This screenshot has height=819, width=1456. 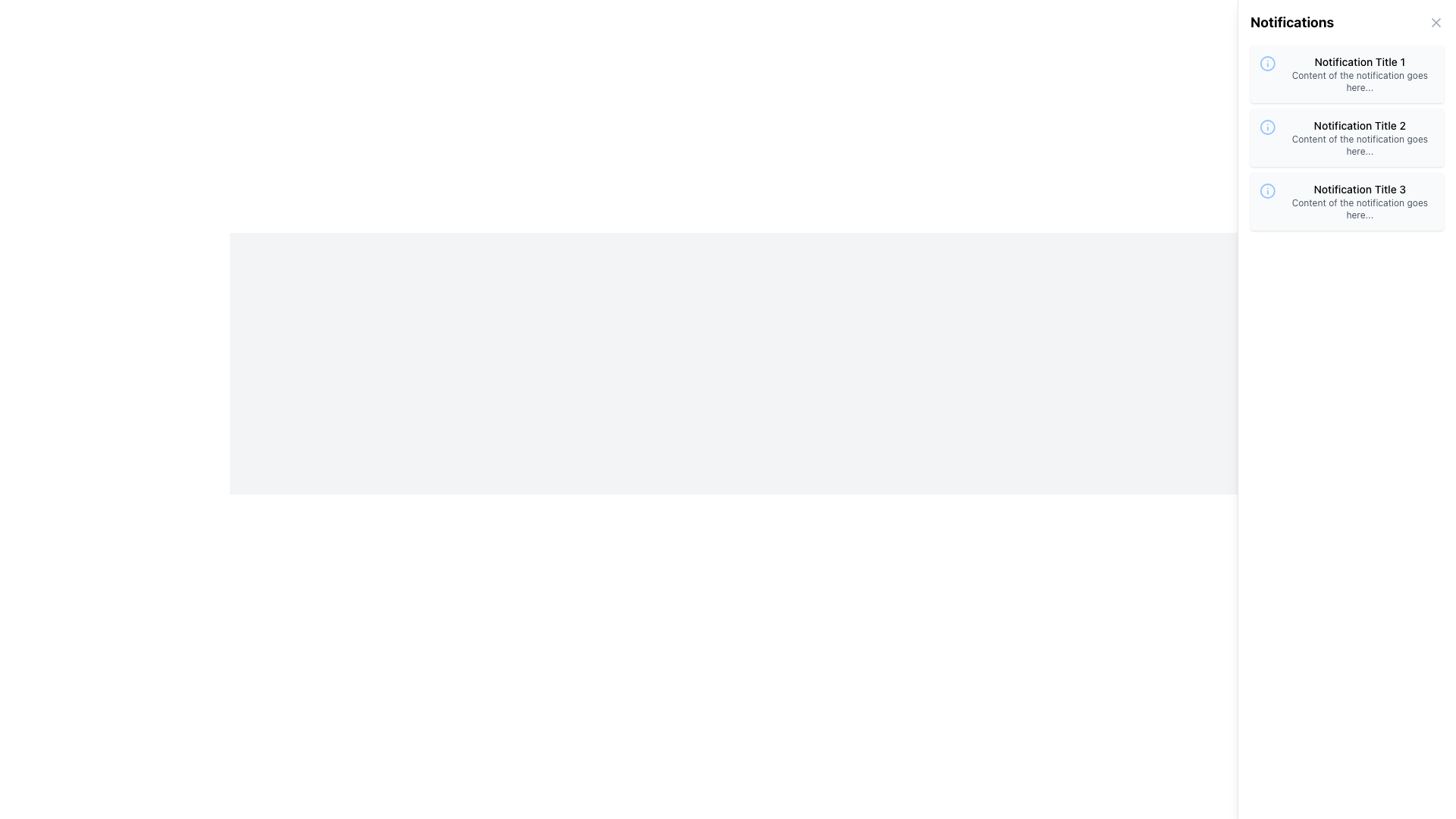 What do you see at coordinates (1360, 137) in the screenshot?
I see `the notification text block that contains a title and subtitle, located in the second position of a vertical list of notifications, situated between 'Notification Title 1' and 'Notification Title 3'` at bounding box center [1360, 137].